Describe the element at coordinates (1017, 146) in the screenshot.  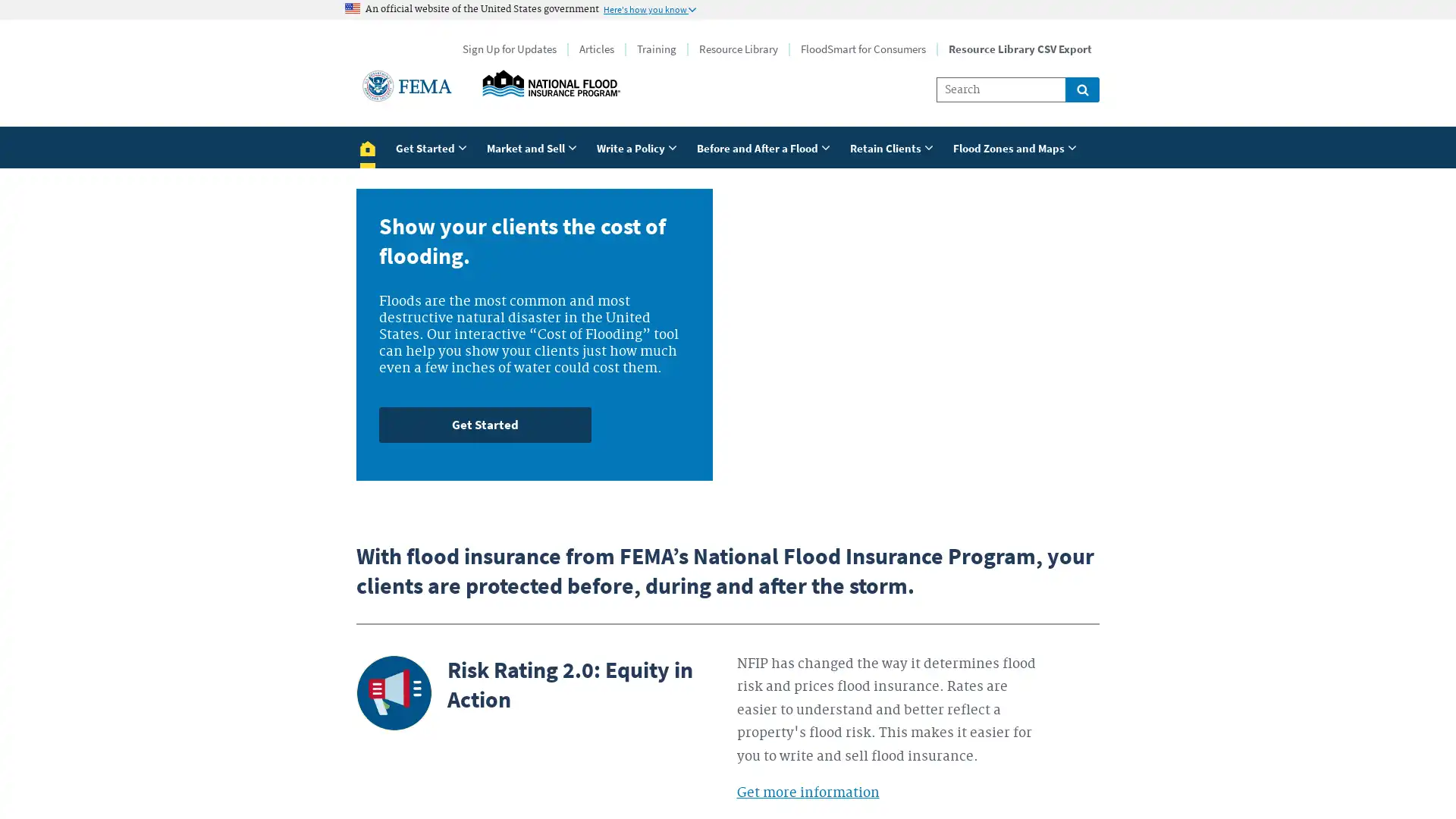
I see `Use <enter> and shift + <enter> to open and close the drop down to sub-menus` at that location.